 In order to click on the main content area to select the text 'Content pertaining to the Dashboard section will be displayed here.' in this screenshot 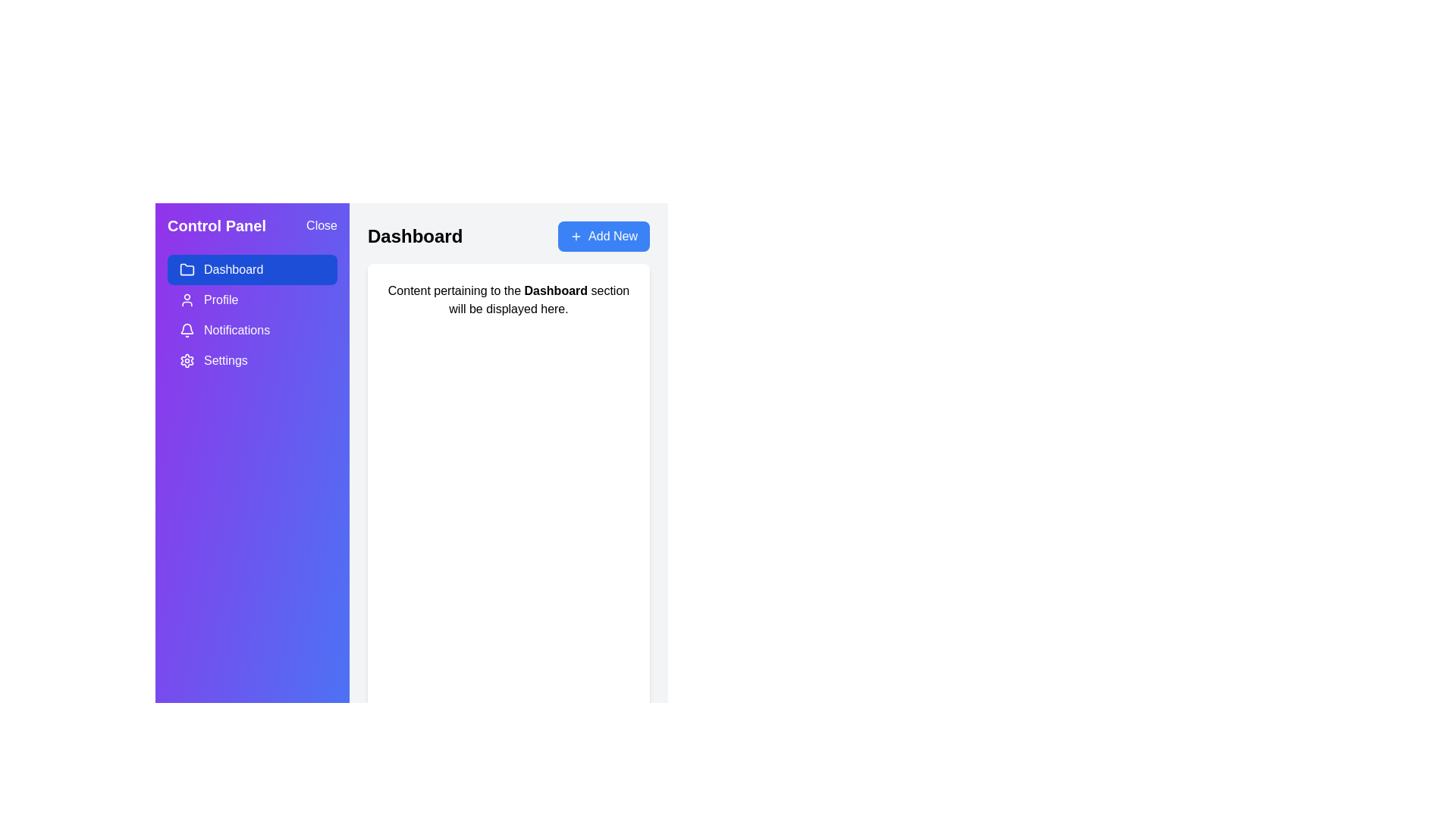, I will do `click(509, 300)`.